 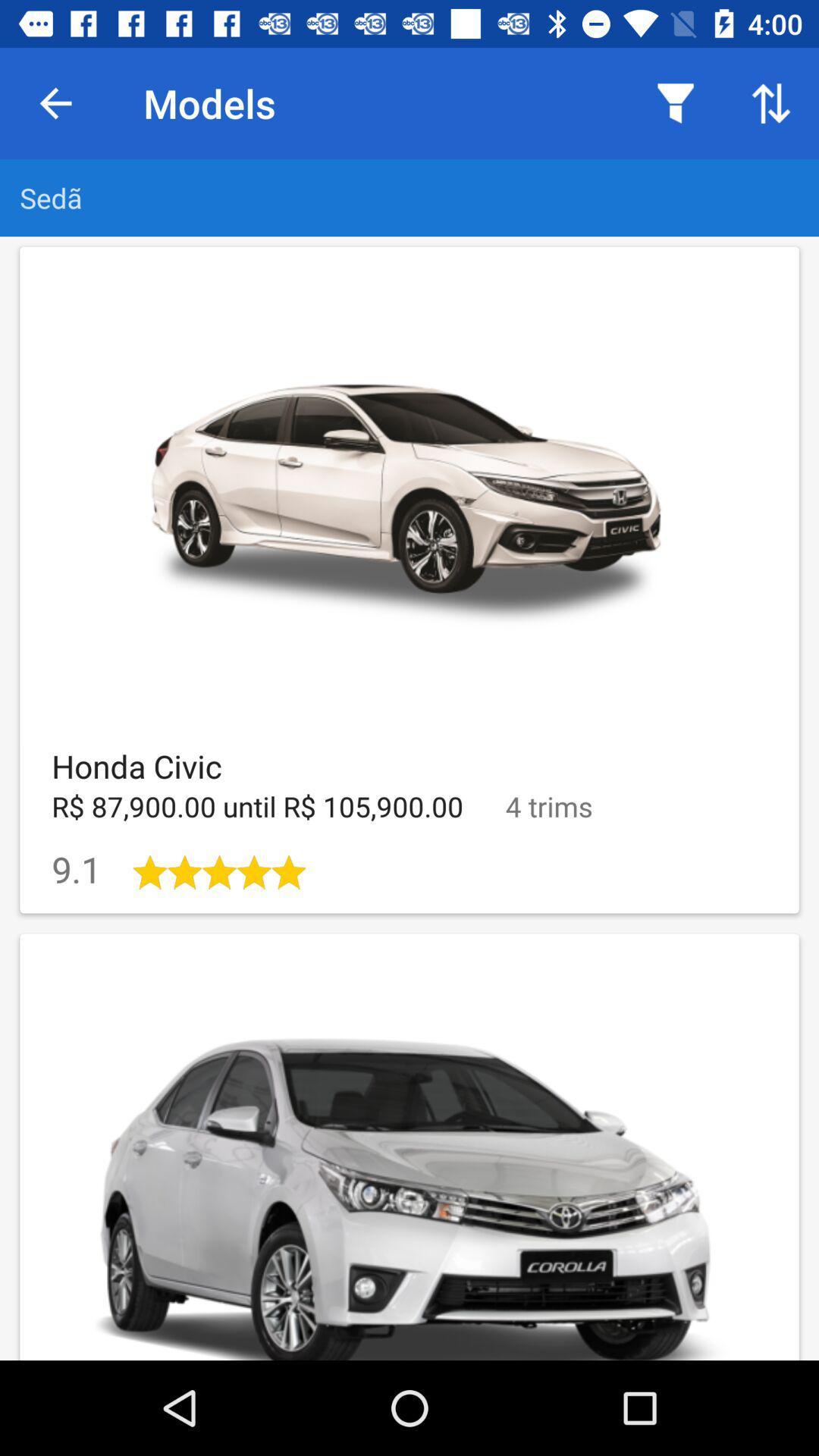 What do you see at coordinates (675, 103) in the screenshot?
I see `the filter option on the top right` at bounding box center [675, 103].